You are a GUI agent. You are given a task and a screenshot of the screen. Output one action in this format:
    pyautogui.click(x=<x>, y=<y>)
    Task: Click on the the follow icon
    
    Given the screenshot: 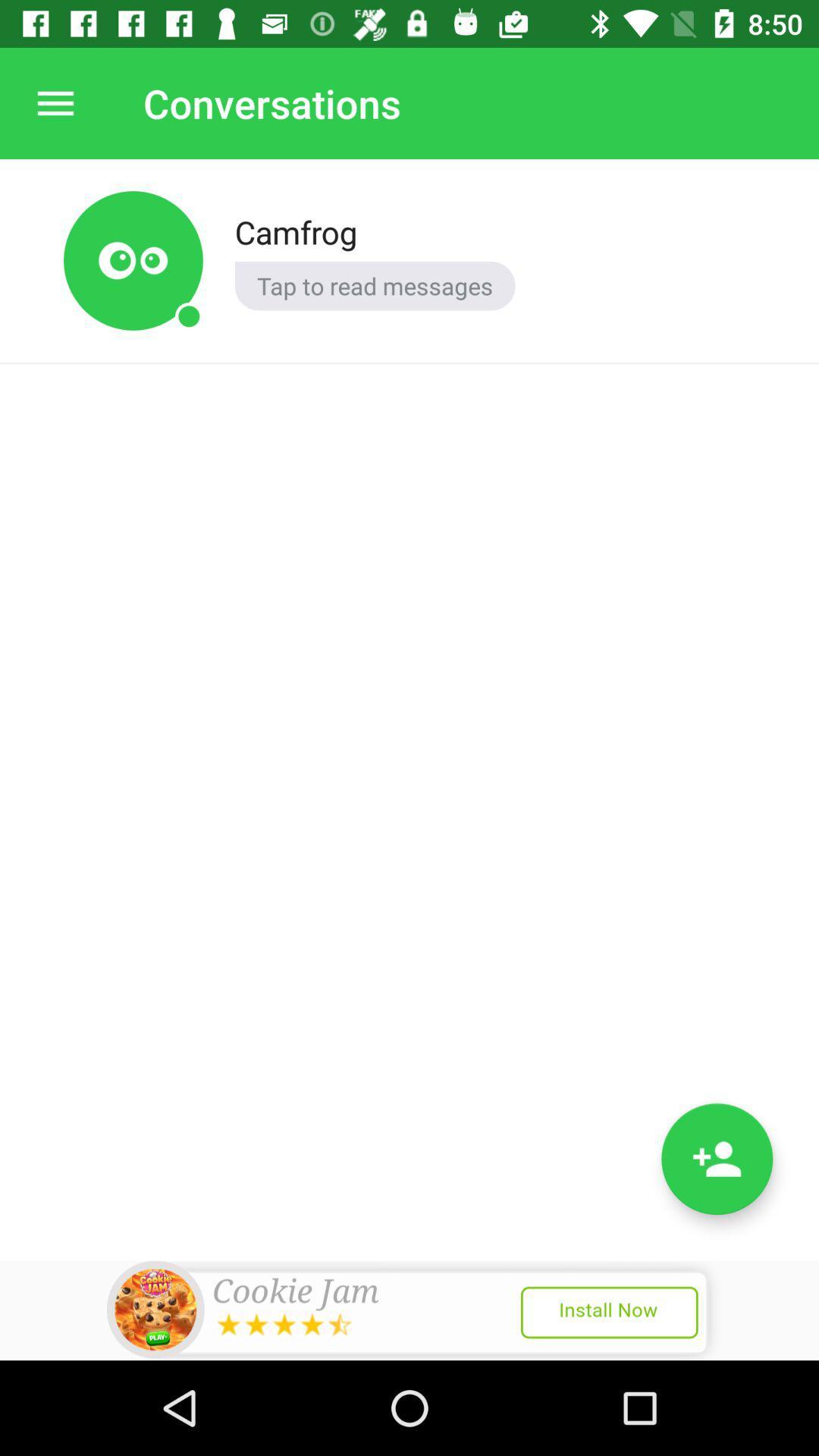 What is the action you would take?
    pyautogui.click(x=717, y=1158)
    